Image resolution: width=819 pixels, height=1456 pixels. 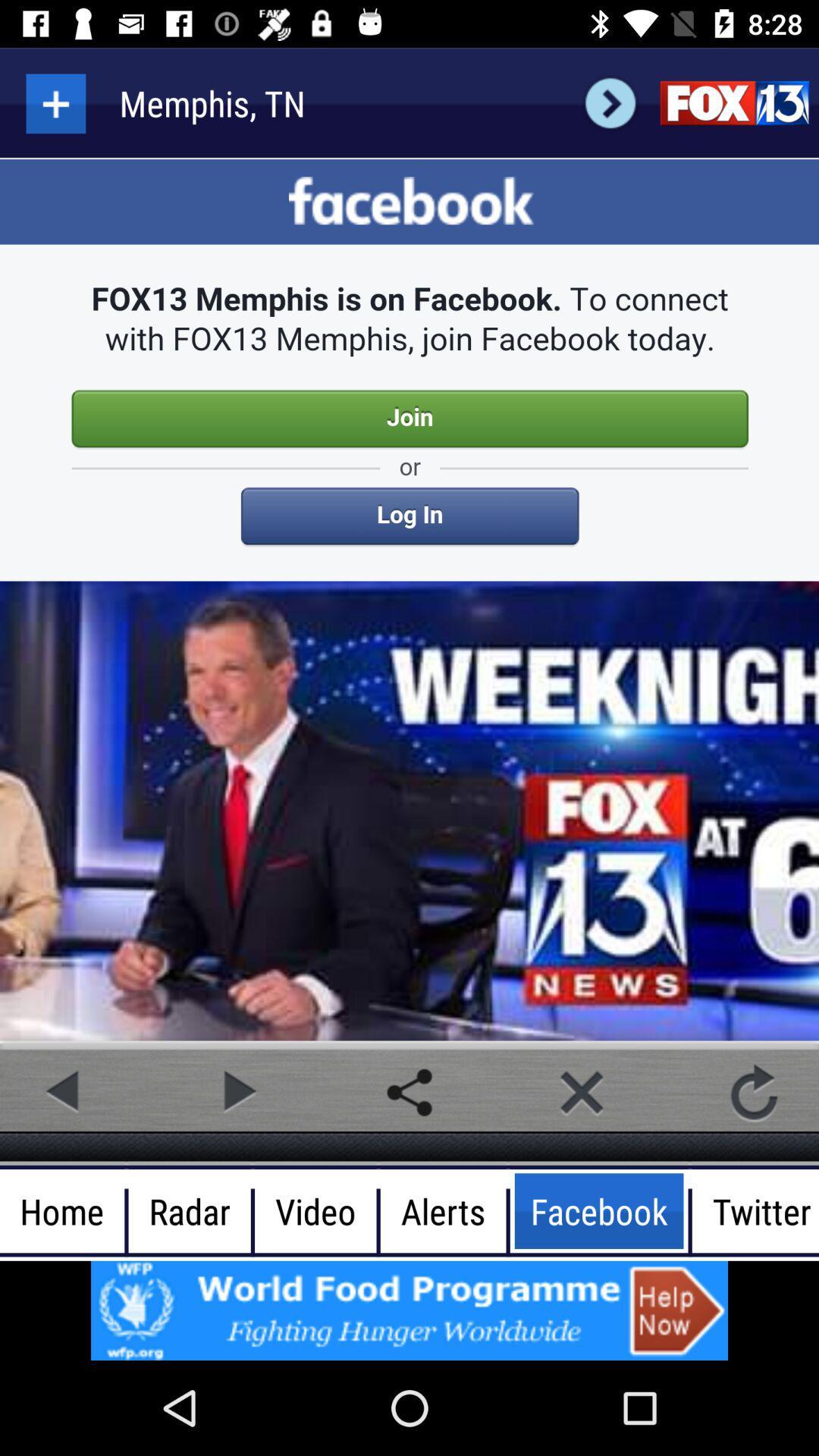 What do you see at coordinates (64, 1092) in the screenshot?
I see `go back` at bounding box center [64, 1092].